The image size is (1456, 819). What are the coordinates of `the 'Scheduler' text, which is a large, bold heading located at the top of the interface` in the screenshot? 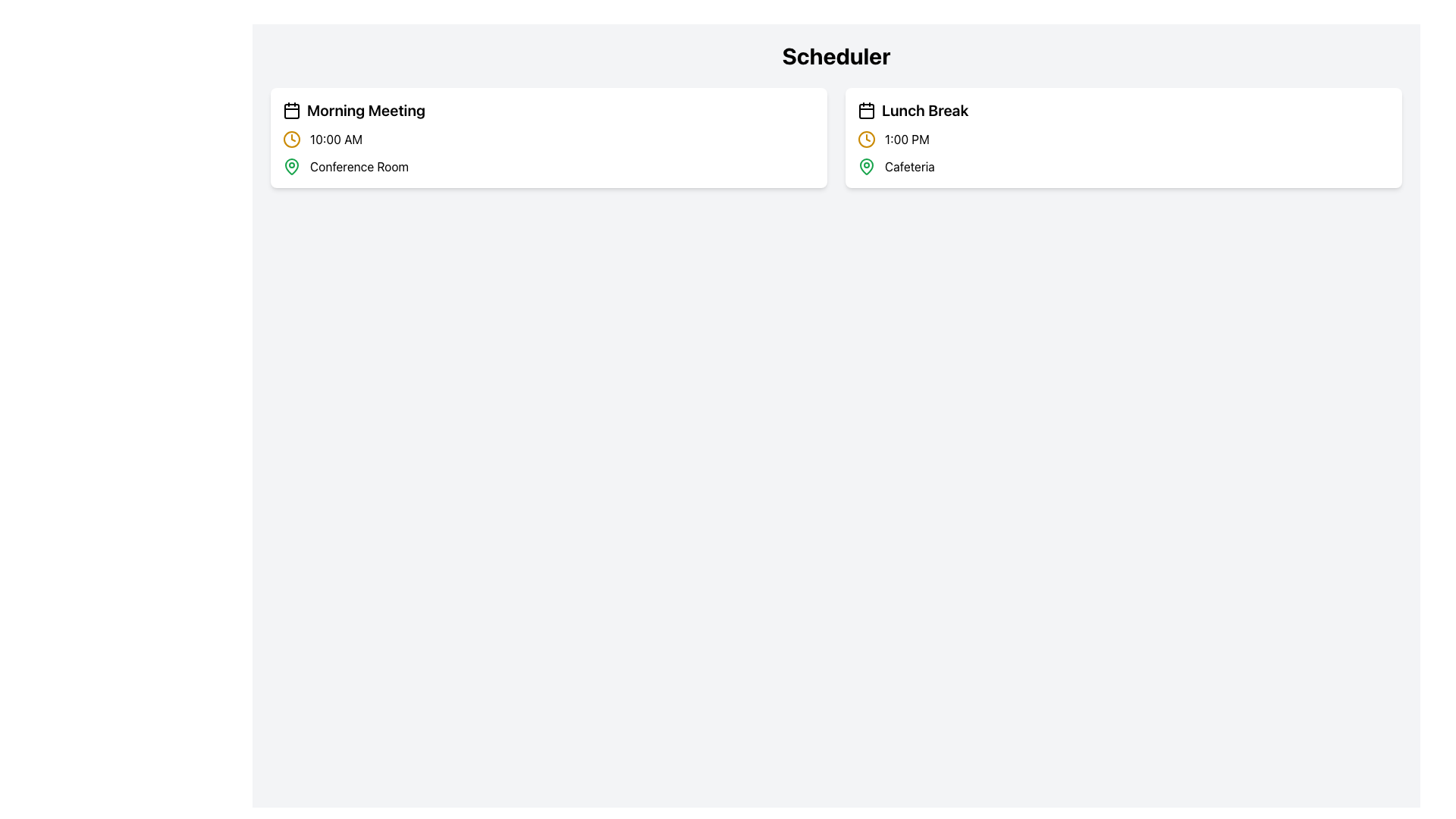 It's located at (836, 55).